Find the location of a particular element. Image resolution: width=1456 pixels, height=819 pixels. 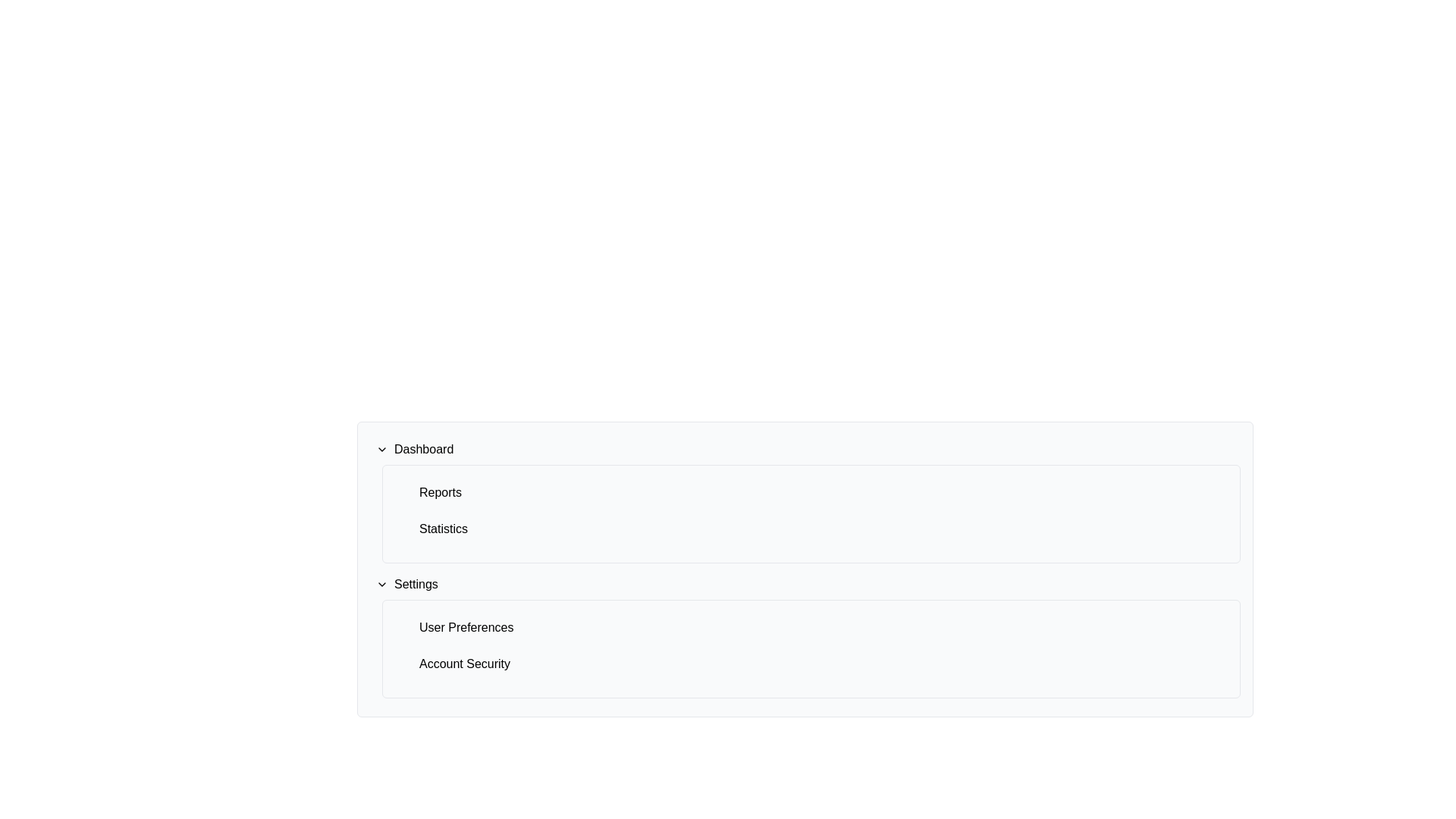

the 'Statistics' text label, which is displayed in black font and located below the 'Reports' label in the 'Dashboard' section is located at coordinates (443, 529).